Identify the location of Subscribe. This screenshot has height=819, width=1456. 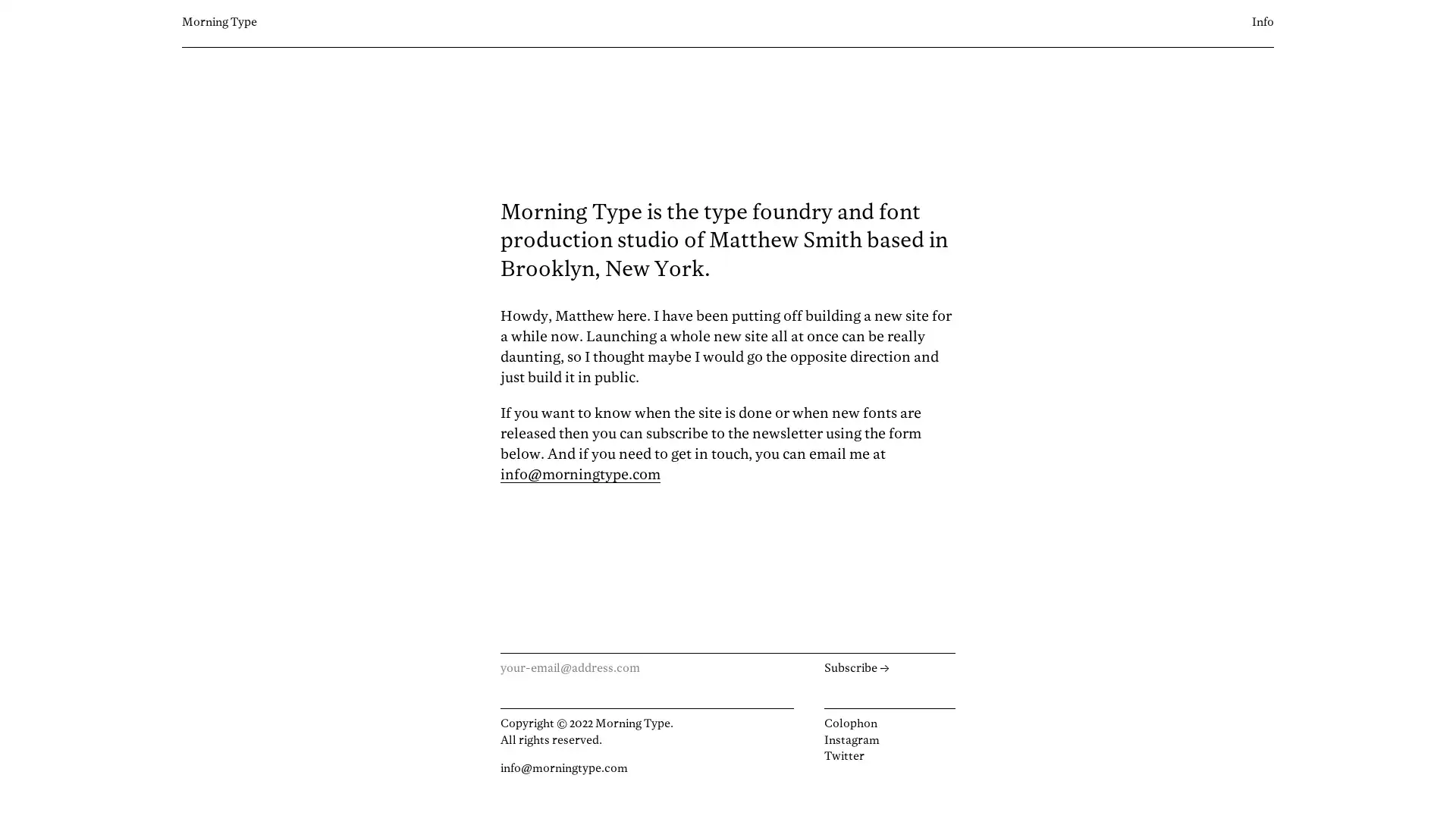
(889, 668).